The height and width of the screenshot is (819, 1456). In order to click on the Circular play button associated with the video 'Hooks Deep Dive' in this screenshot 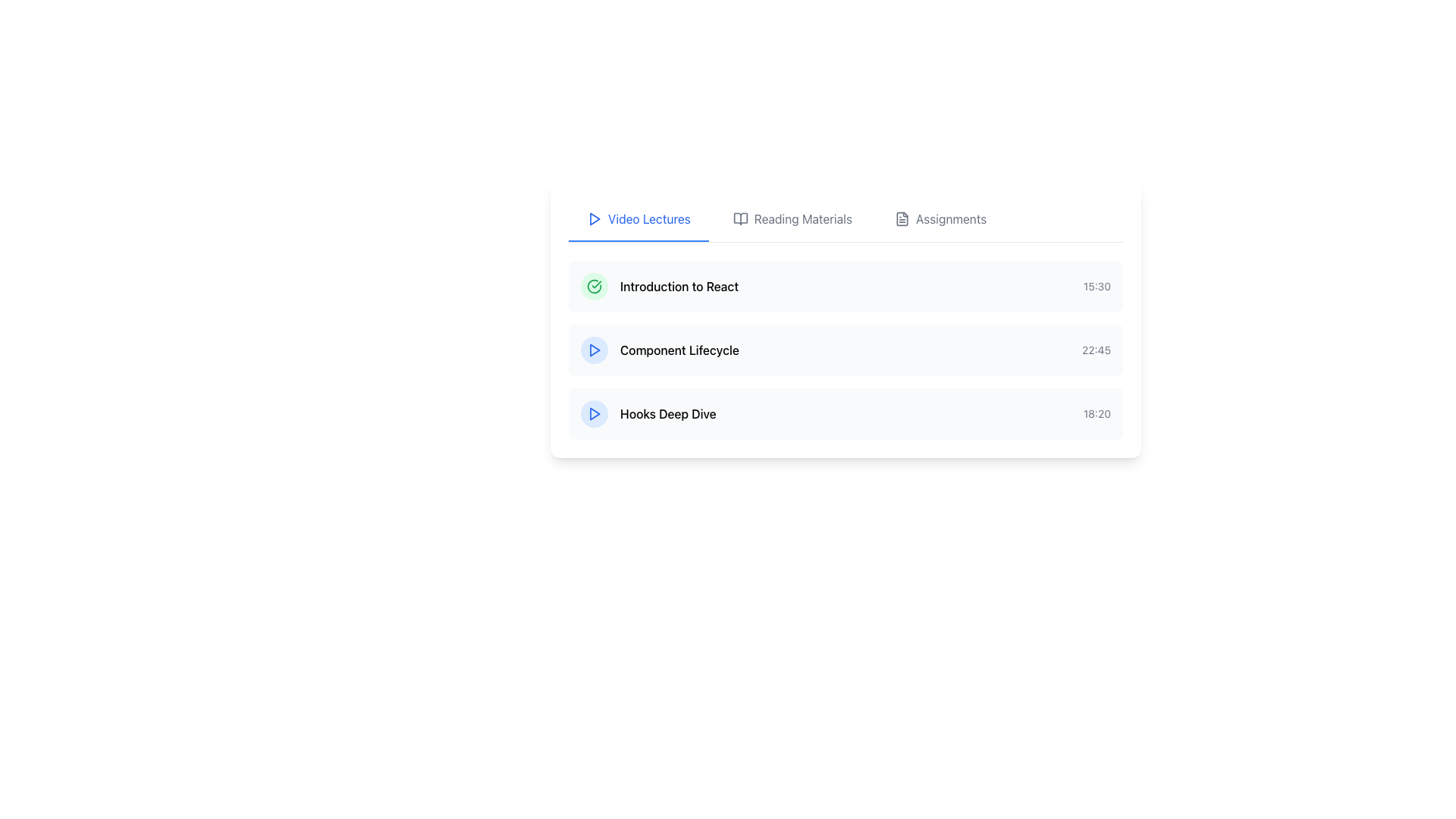, I will do `click(593, 414)`.